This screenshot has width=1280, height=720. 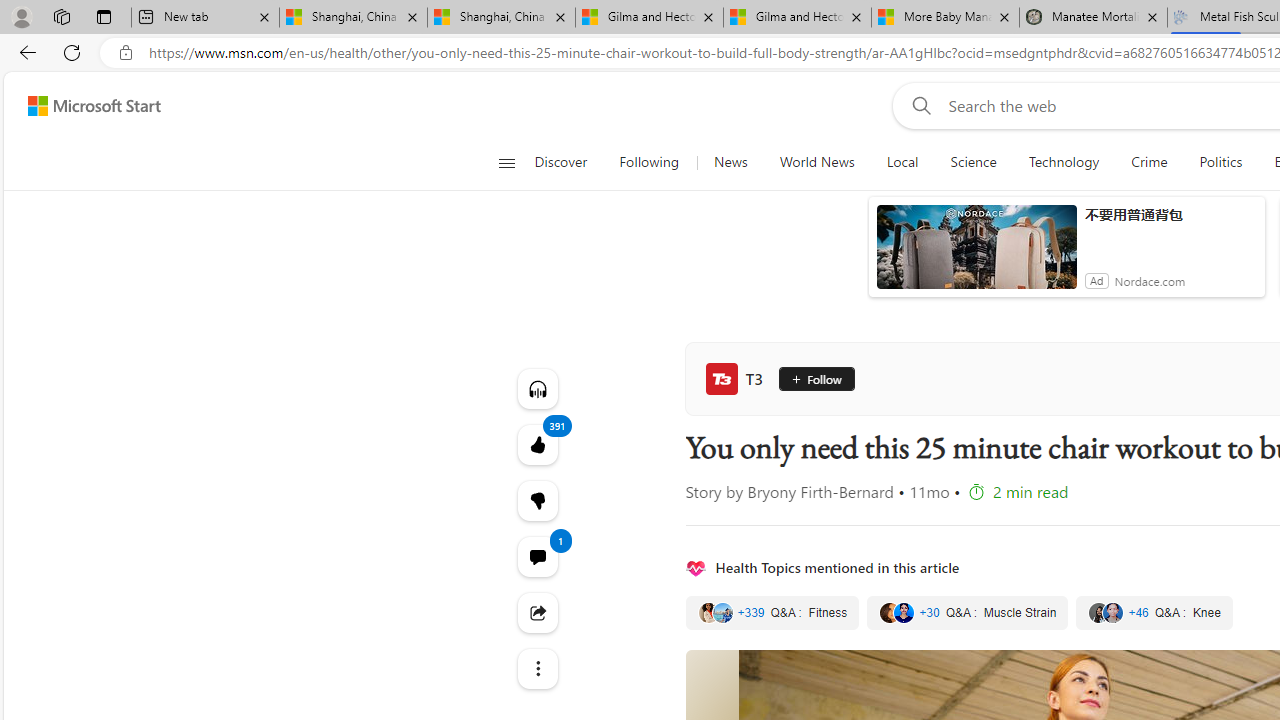 I want to click on 'Crime', so click(x=1149, y=162).